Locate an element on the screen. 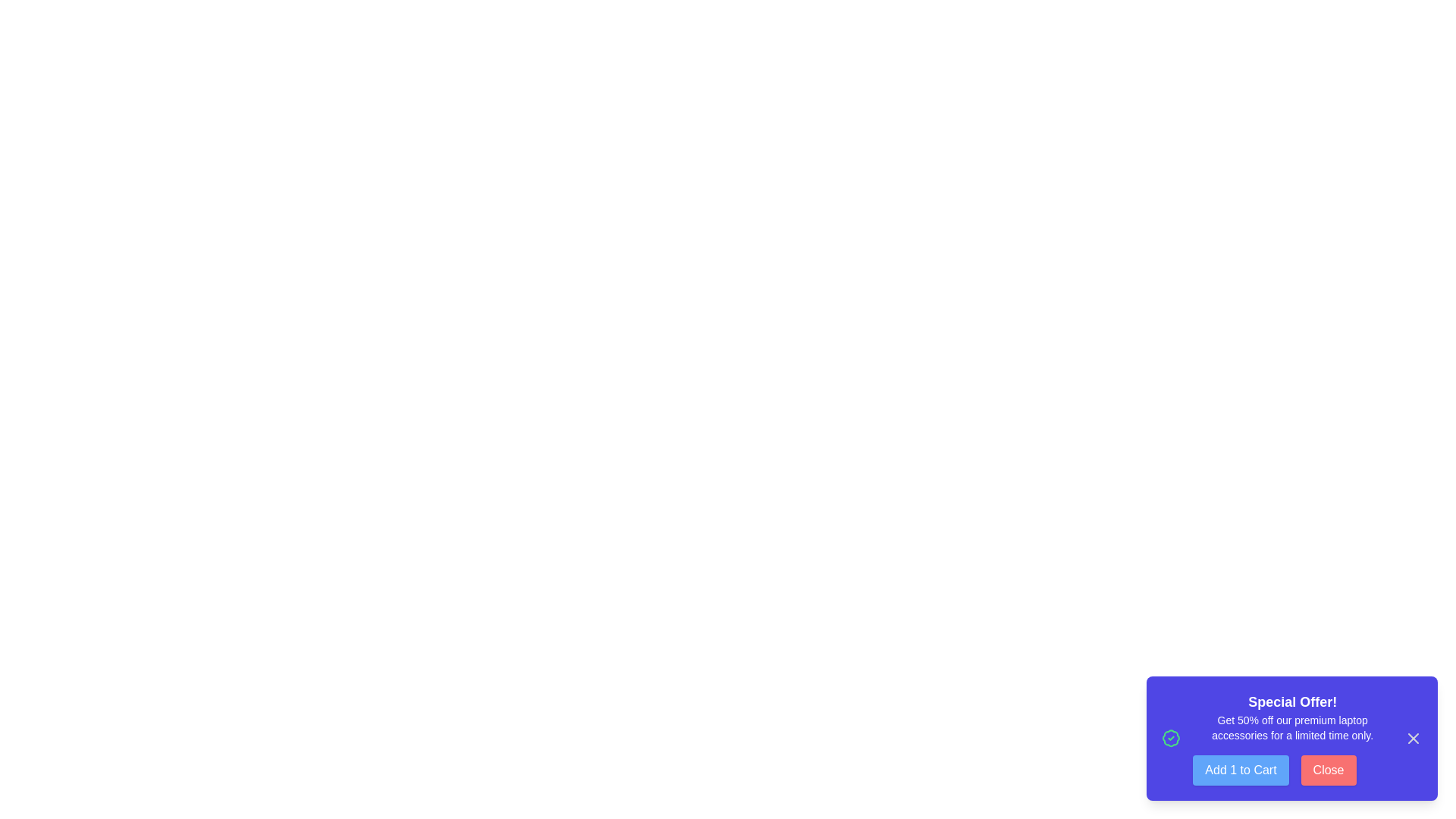  the 'Close' button to hide the snackbar is located at coordinates (1328, 770).